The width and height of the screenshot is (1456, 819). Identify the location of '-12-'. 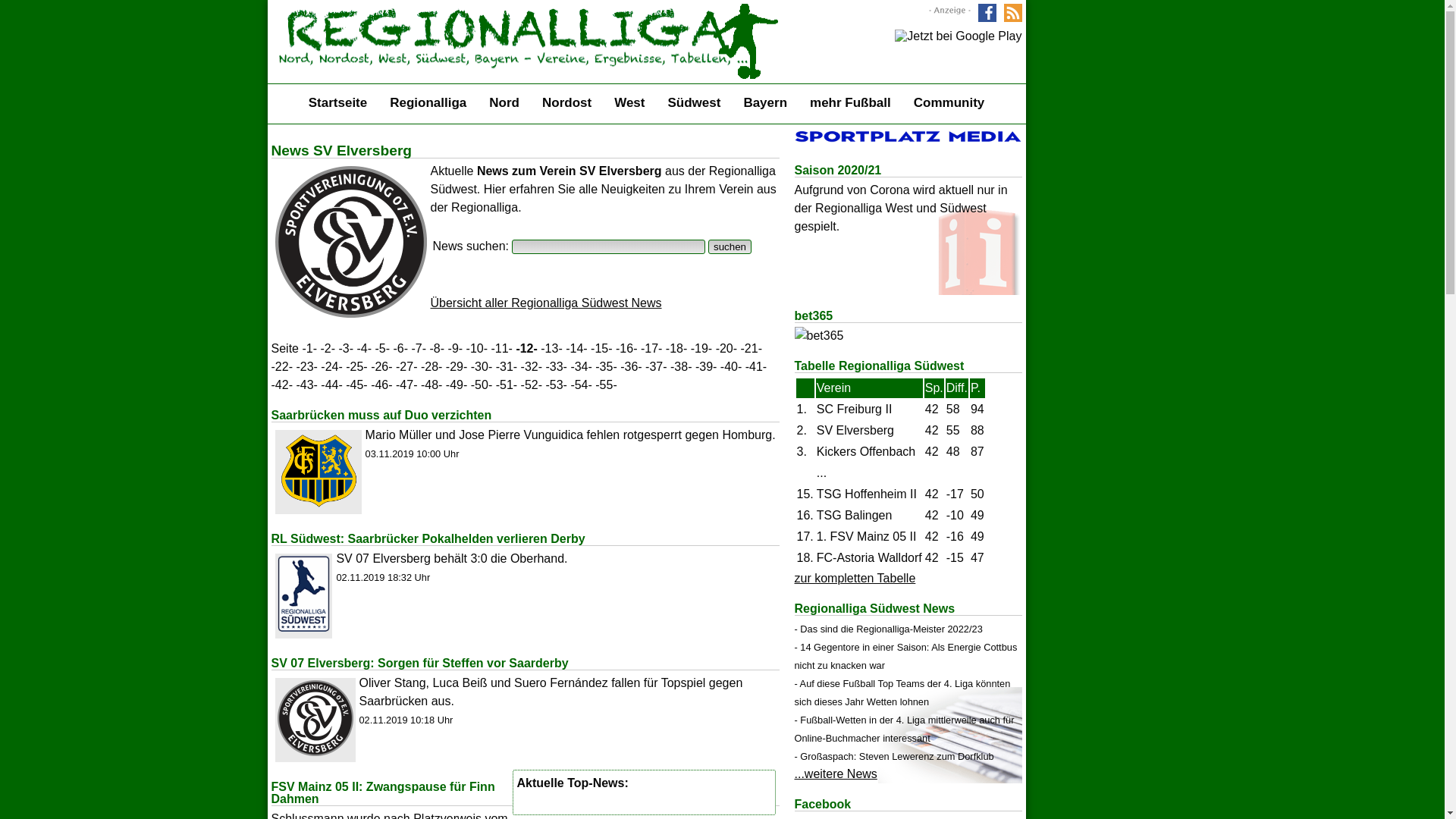
(526, 348).